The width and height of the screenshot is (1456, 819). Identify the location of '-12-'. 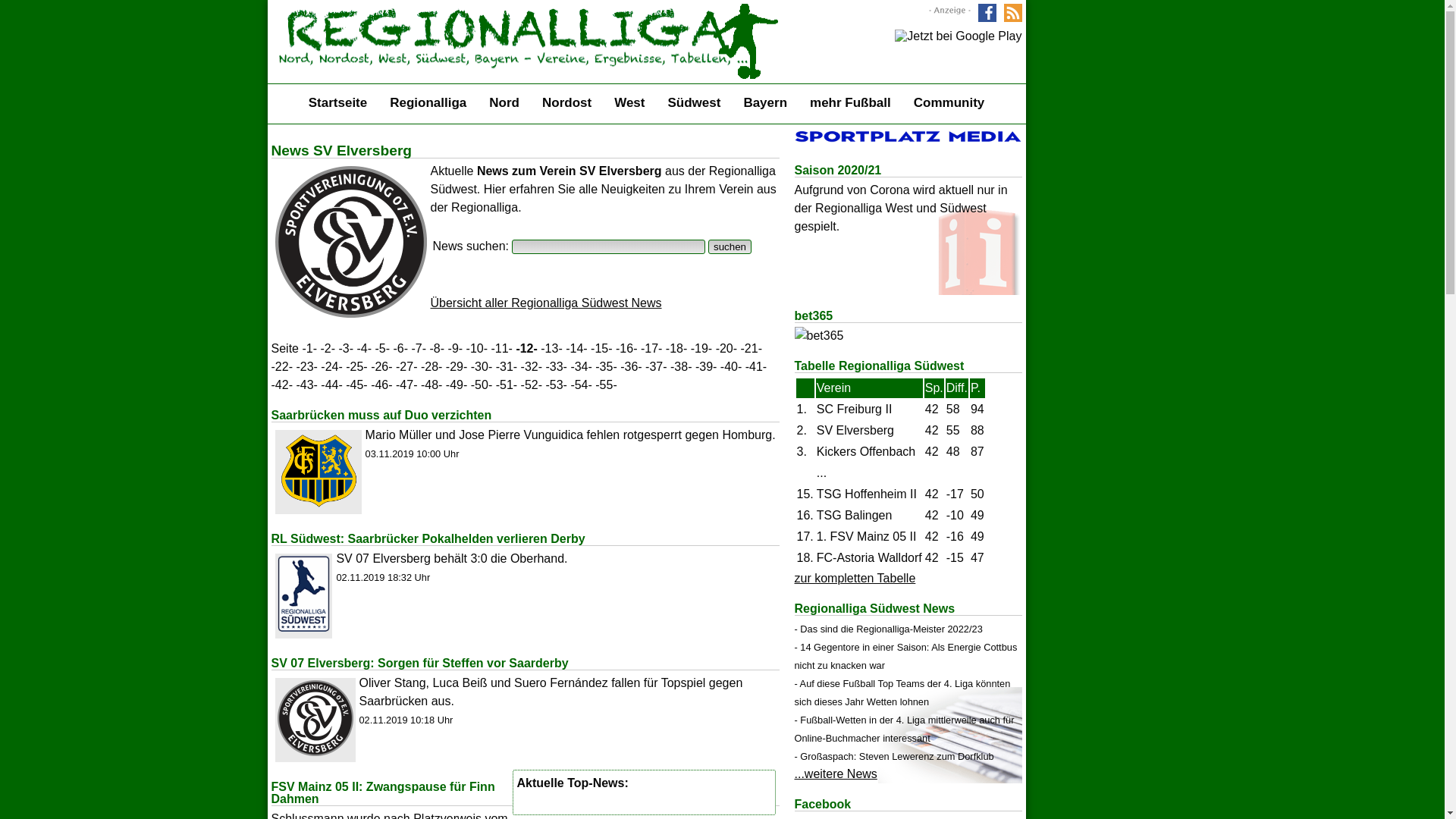
(526, 348).